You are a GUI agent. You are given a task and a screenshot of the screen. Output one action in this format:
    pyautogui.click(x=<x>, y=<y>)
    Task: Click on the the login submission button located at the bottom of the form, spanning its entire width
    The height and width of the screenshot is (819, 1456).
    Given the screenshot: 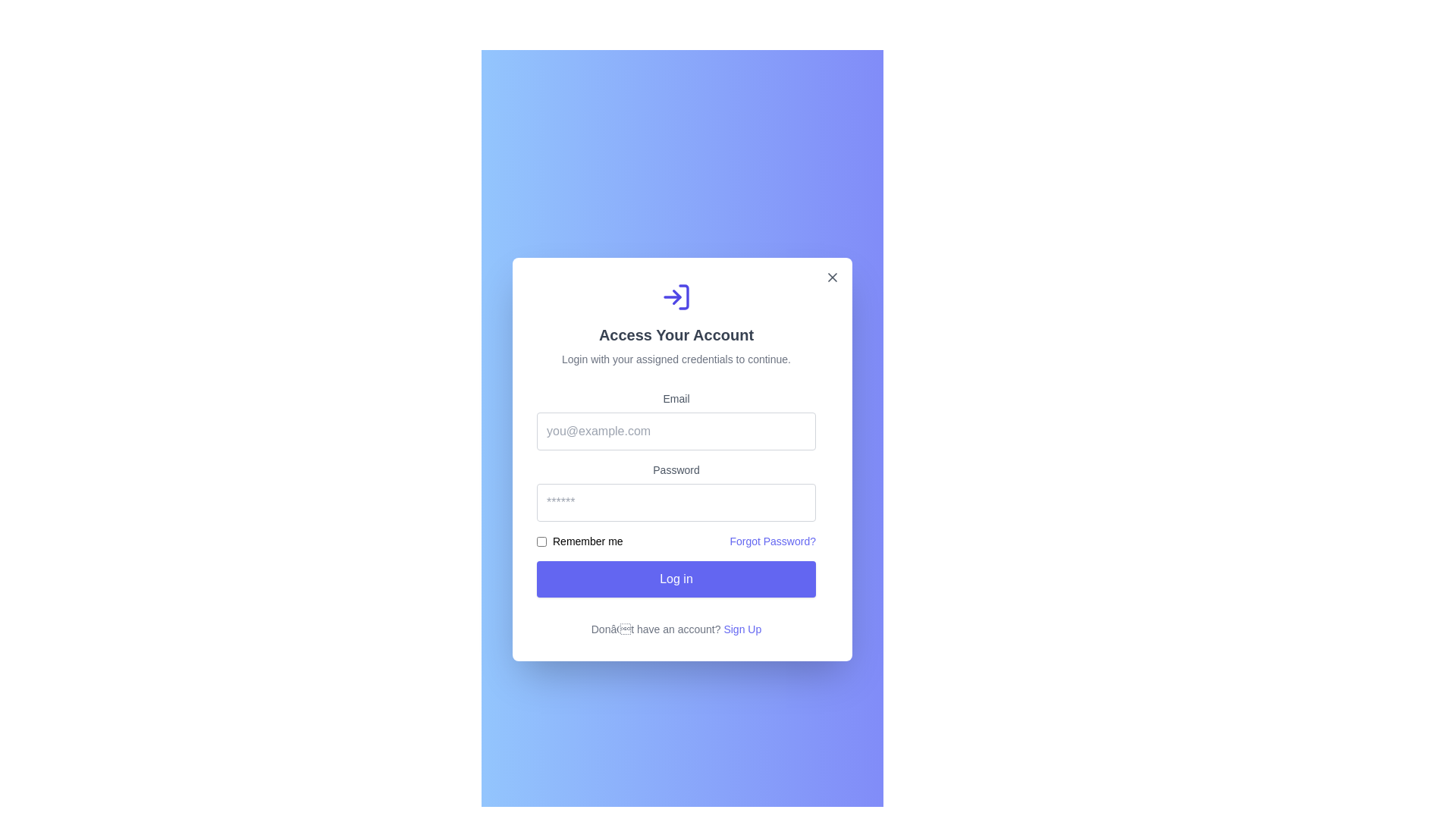 What is the action you would take?
    pyautogui.click(x=676, y=579)
    